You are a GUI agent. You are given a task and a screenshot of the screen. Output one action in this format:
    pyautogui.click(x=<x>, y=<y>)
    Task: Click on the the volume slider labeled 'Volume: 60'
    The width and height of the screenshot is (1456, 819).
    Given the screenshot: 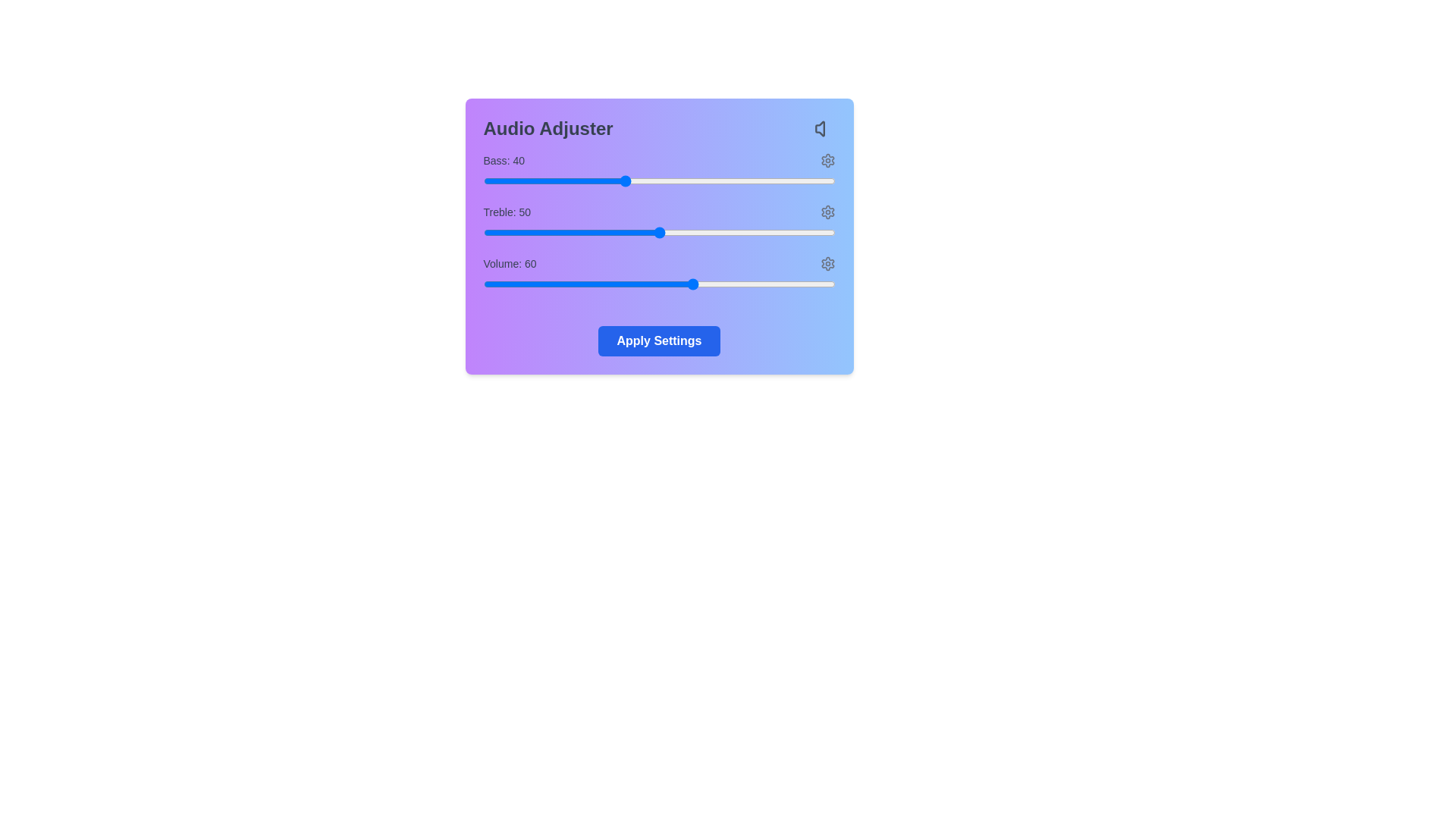 What is the action you would take?
    pyautogui.click(x=659, y=275)
    